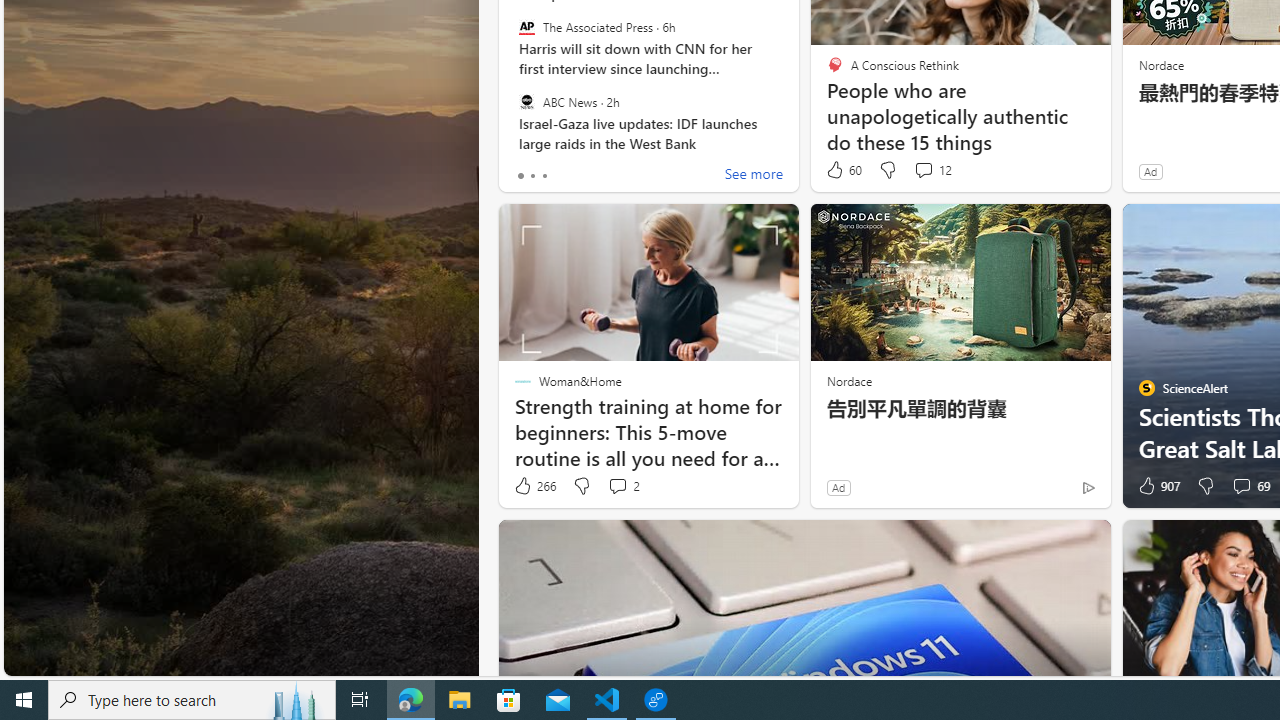 This screenshot has height=720, width=1280. I want to click on '60 Like', so click(843, 169).